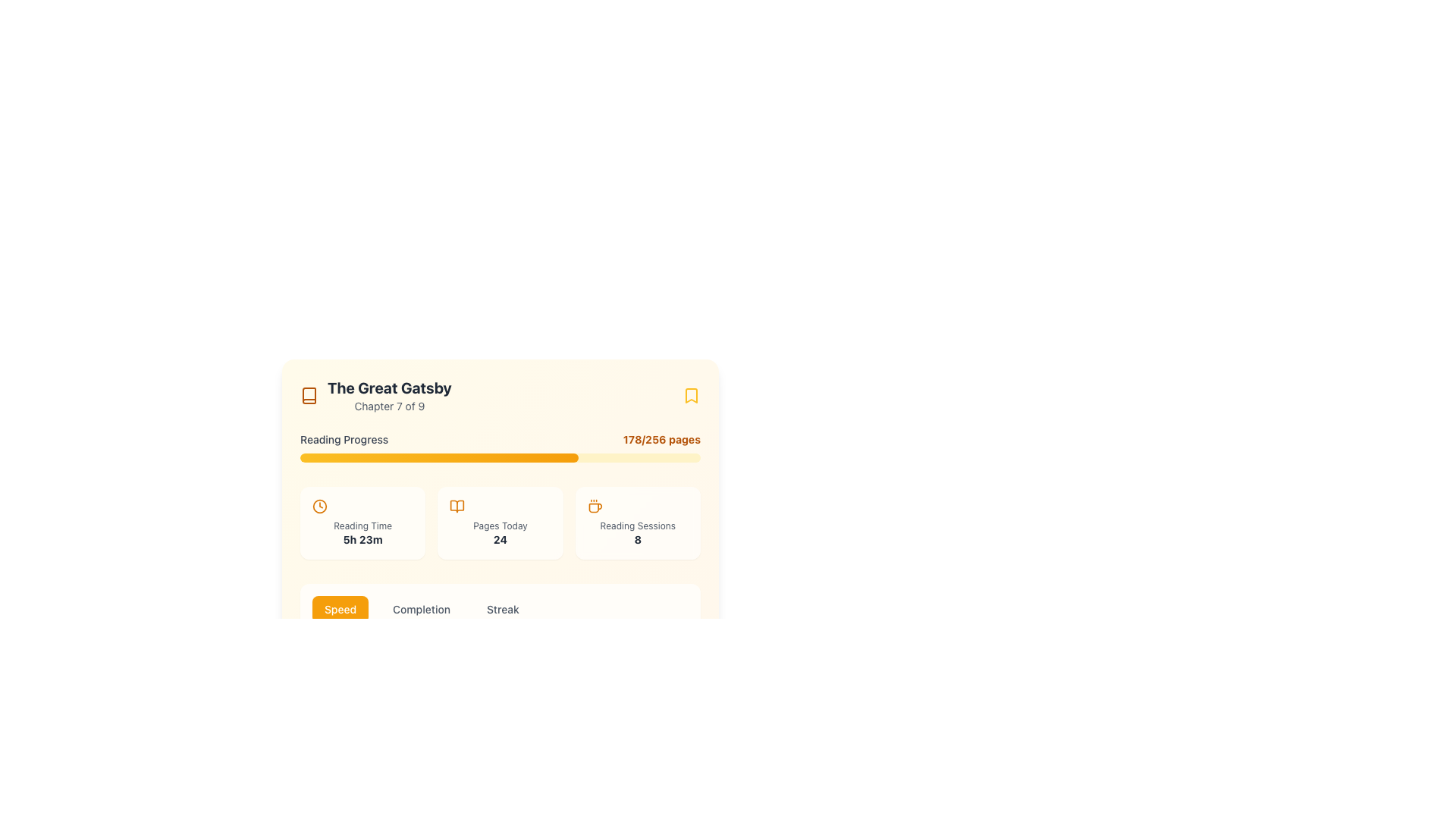 The width and height of the screenshot is (1456, 819). What do you see at coordinates (362, 526) in the screenshot?
I see `the 'Reading Time' text label, which is a small light gray text element located below the clock icon and above the bold text '5h 23m' in the reading statistics section` at bounding box center [362, 526].